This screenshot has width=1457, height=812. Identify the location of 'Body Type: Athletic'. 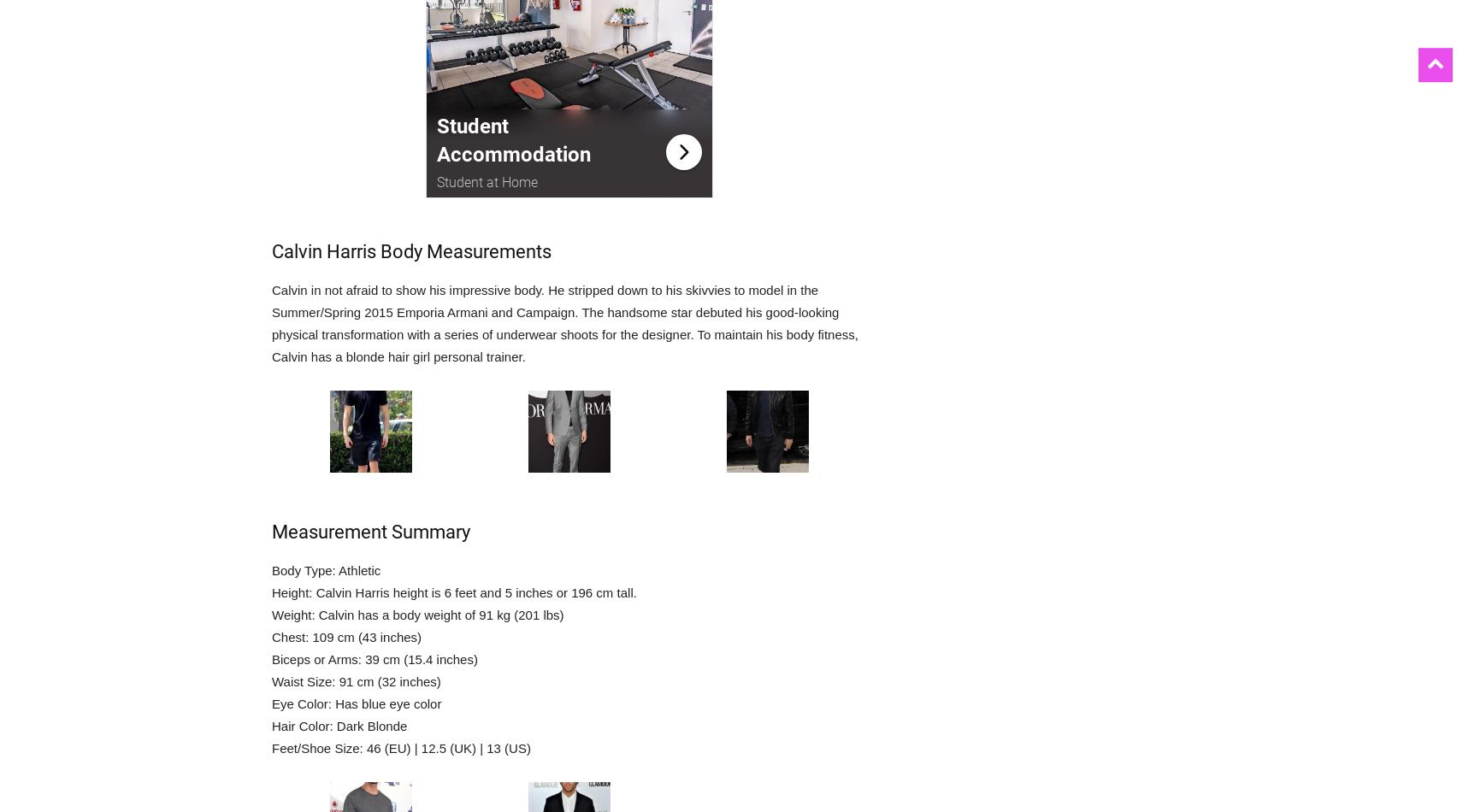
(325, 570).